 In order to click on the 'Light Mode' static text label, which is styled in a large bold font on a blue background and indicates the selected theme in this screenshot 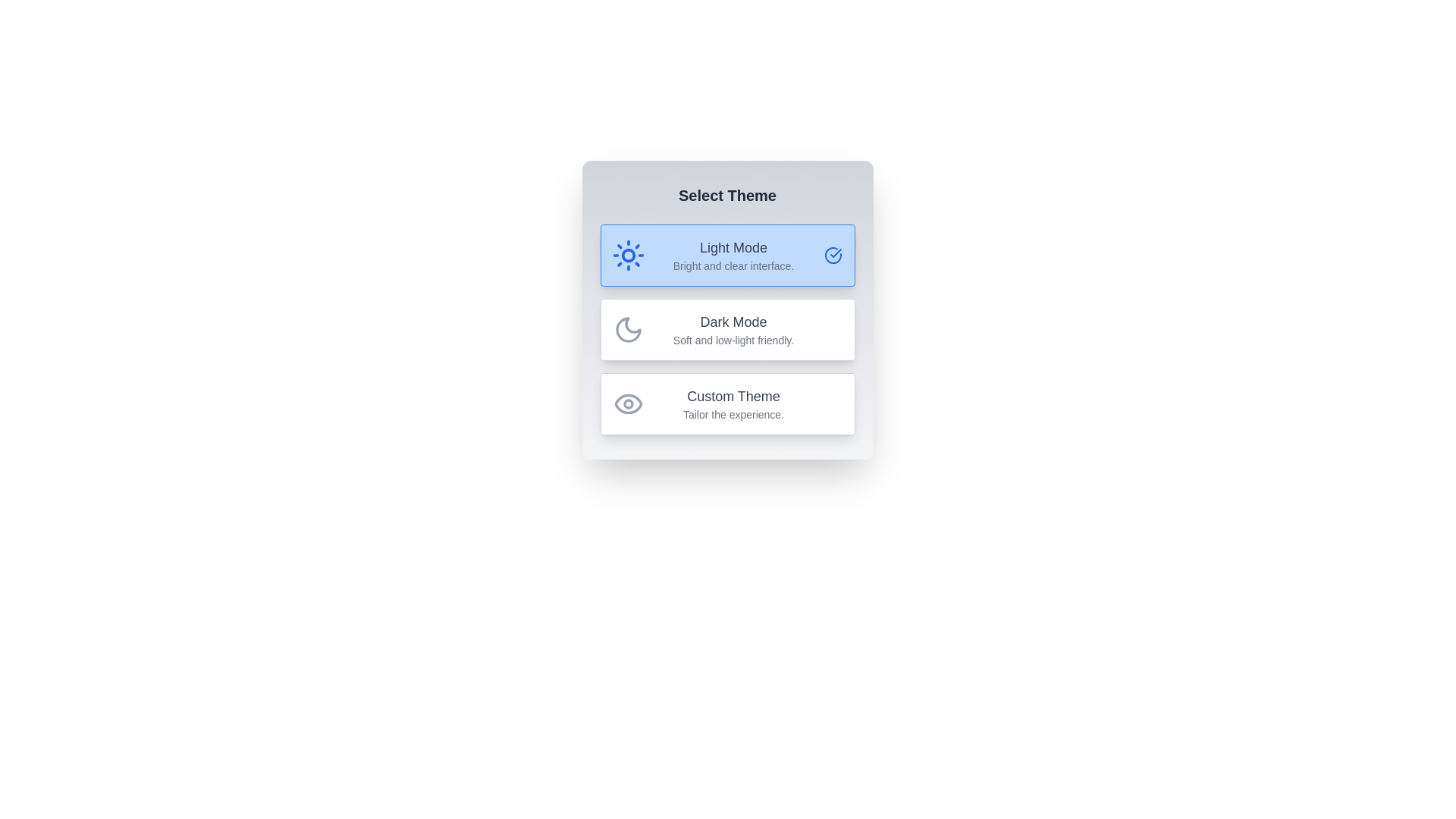, I will do `click(733, 247)`.